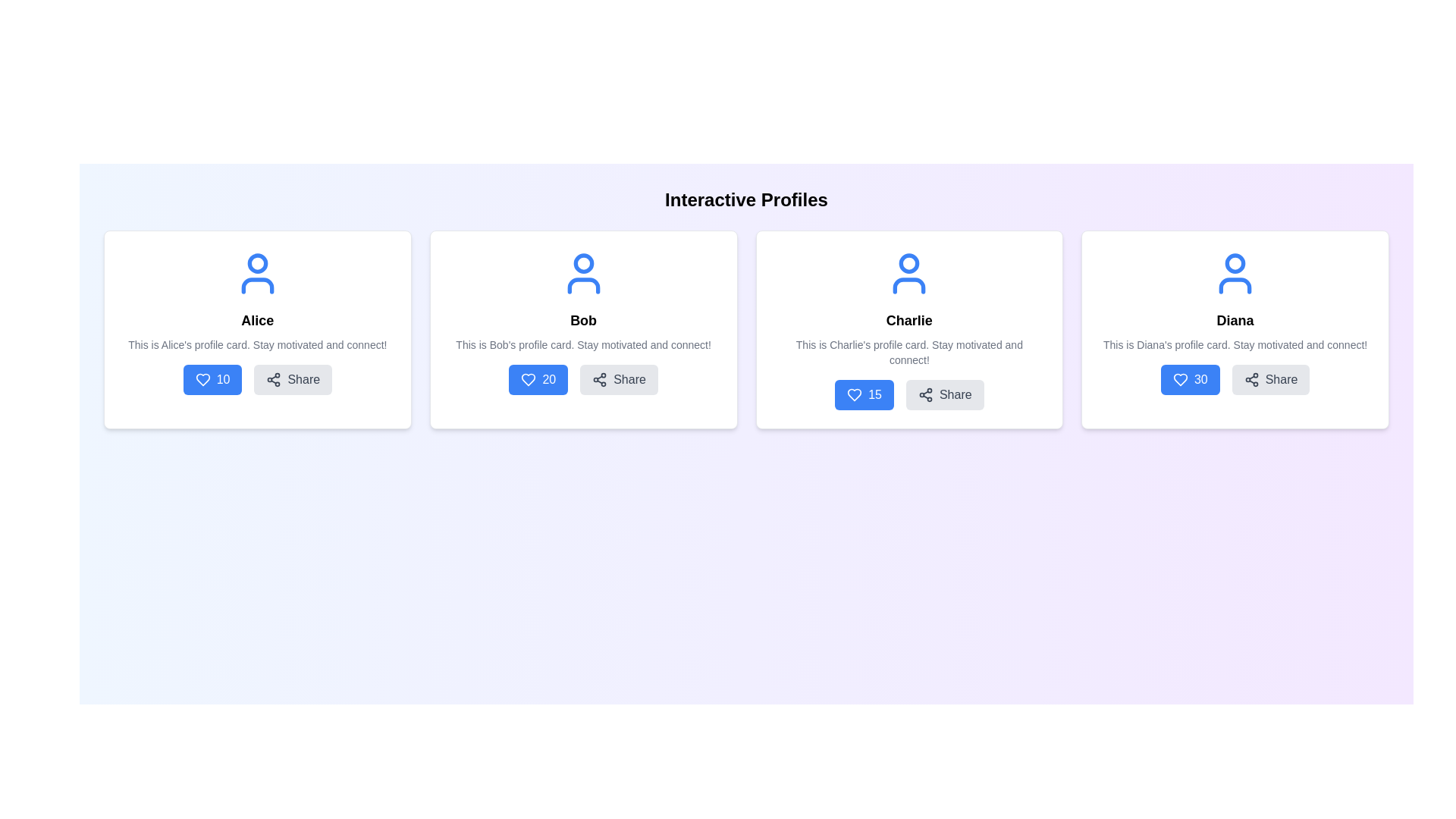  Describe the element at coordinates (303, 379) in the screenshot. I see `the 'Share' text label on the light gray button located in the bottom row of Alice's profile card` at that location.